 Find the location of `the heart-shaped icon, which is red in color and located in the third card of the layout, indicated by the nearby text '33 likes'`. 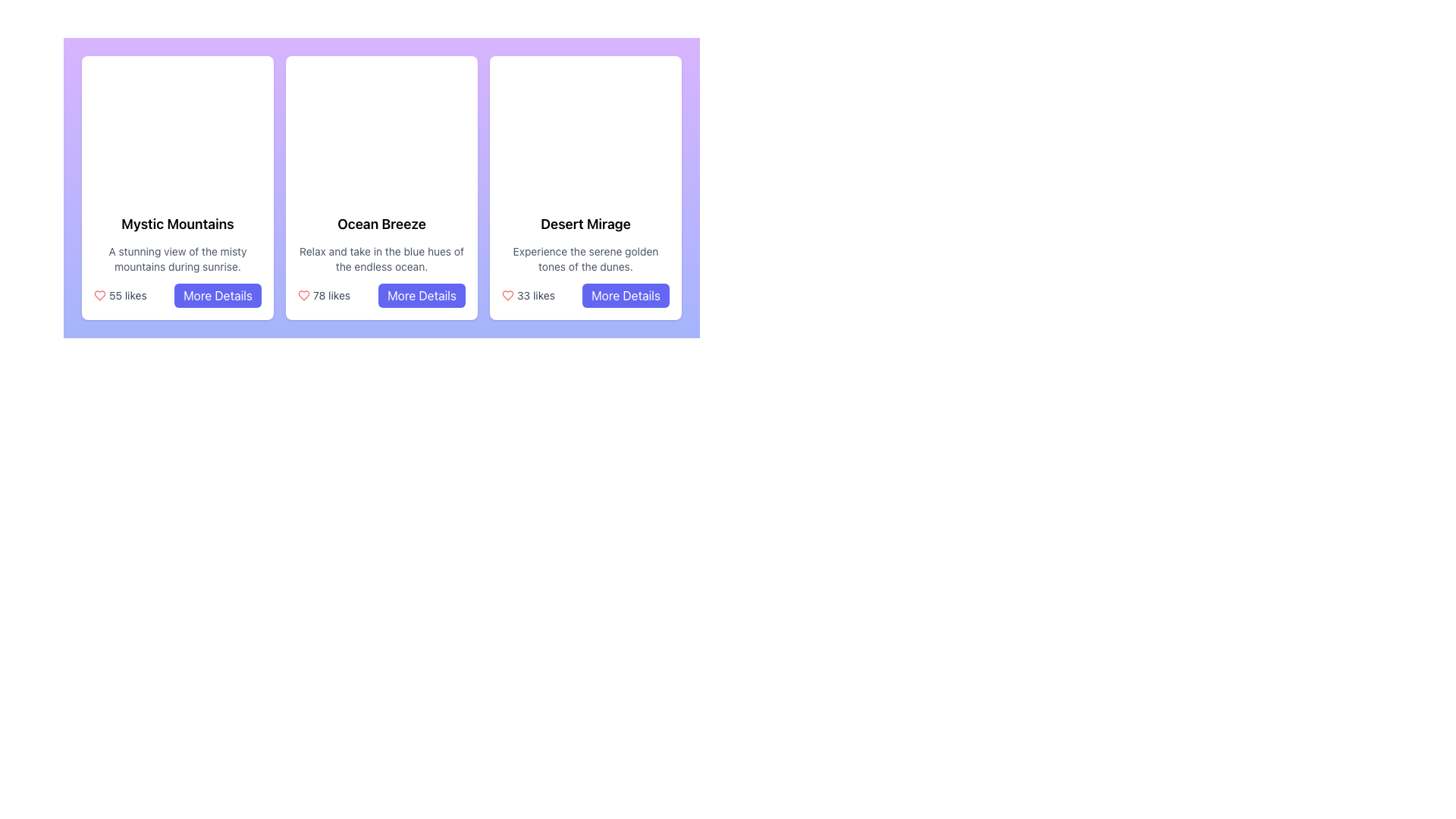

the heart-shaped icon, which is red in color and located in the third card of the layout, indicated by the nearby text '33 likes' is located at coordinates (508, 295).